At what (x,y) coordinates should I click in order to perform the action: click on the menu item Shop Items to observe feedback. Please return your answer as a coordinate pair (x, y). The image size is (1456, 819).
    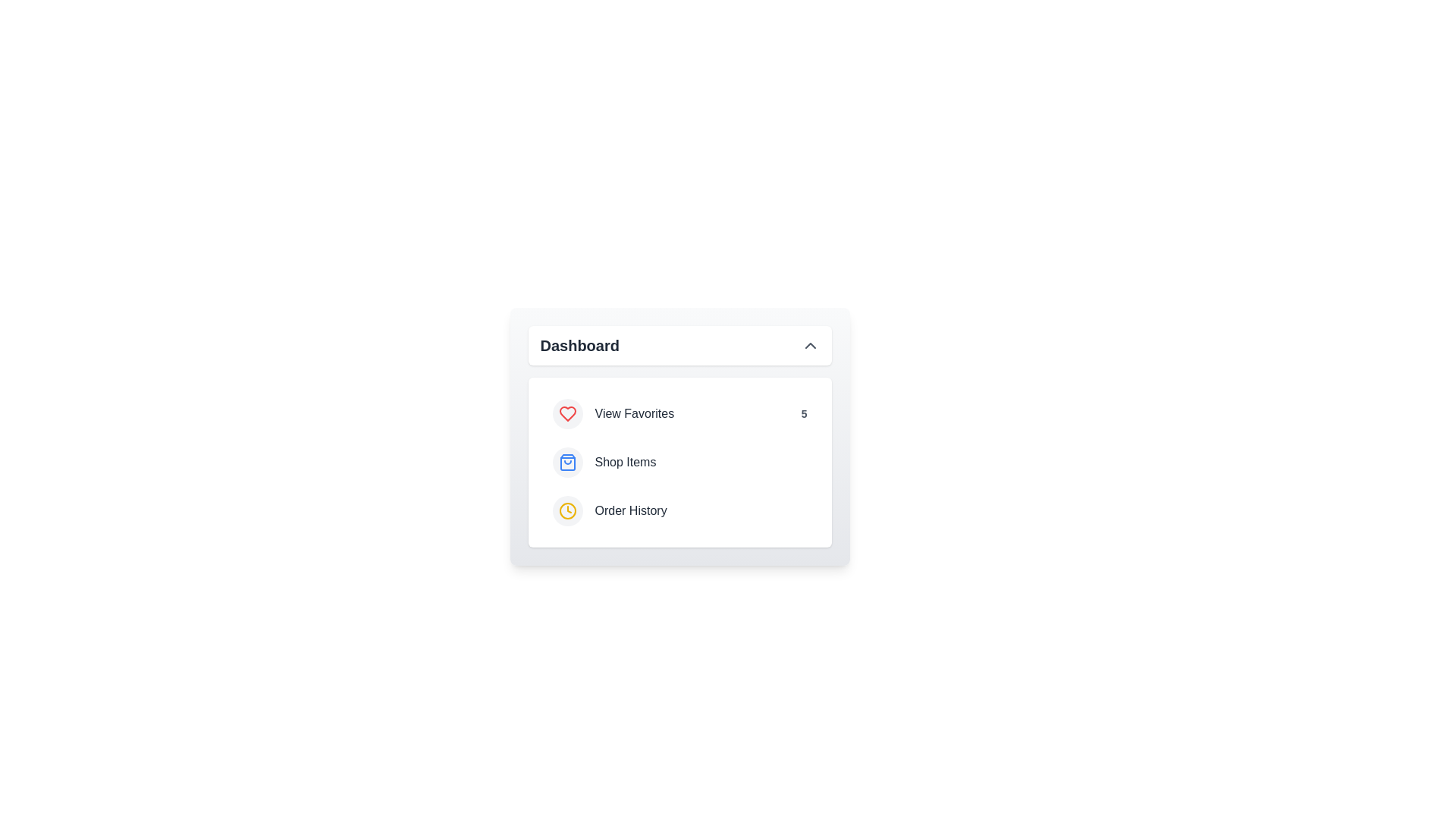
    Looking at the image, I should click on (679, 461).